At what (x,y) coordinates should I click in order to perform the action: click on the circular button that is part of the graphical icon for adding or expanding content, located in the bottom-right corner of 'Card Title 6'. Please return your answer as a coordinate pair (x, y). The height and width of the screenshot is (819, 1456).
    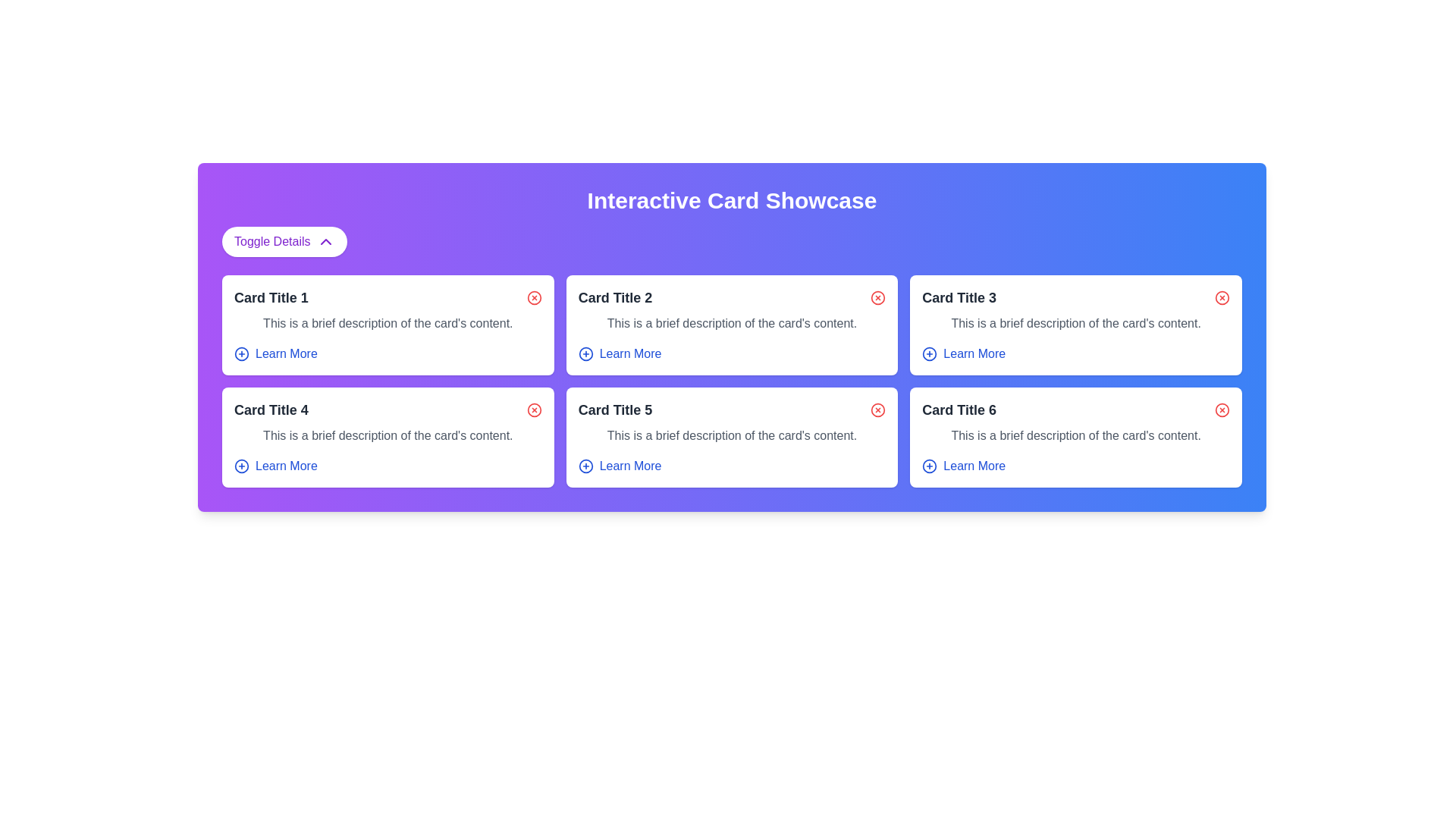
    Looking at the image, I should click on (929, 465).